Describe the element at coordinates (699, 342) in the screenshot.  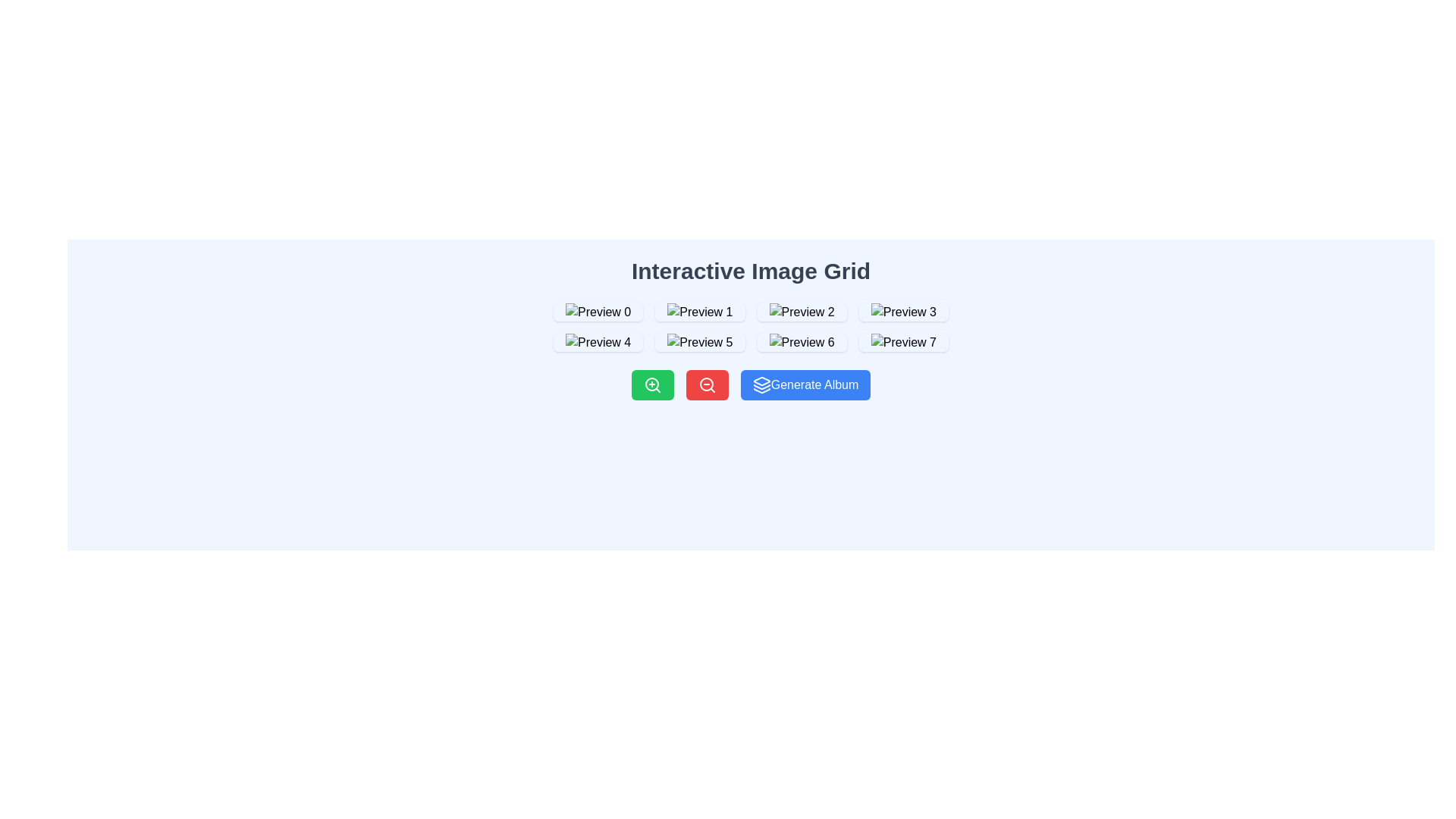
I see `the image preview element labeled 'Preview 5', which is the second element in the second row of a grid layout containing image thumbnails` at that location.